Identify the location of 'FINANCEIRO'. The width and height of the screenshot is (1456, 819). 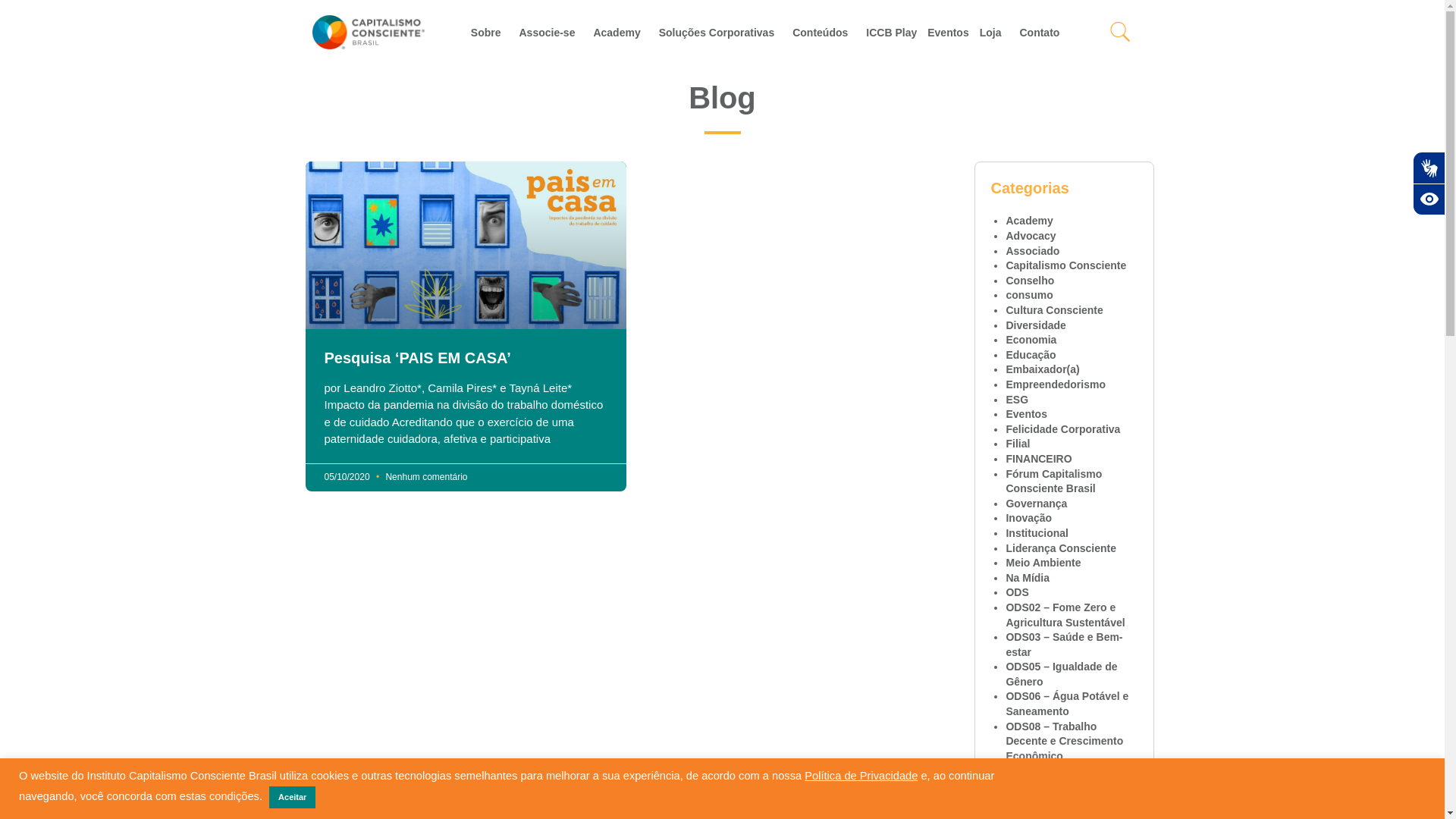
(1037, 458).